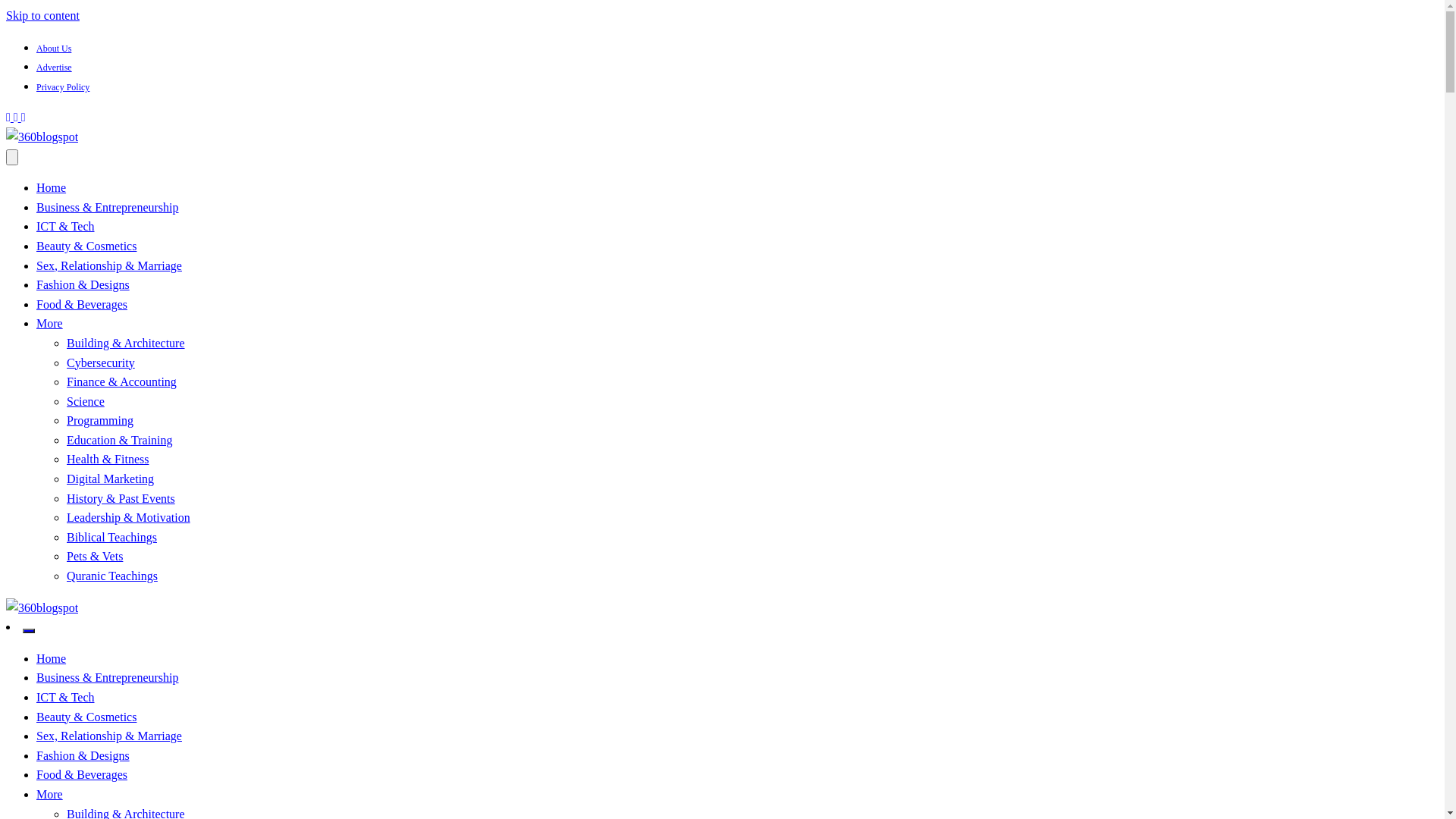  Describe the element at coordinates (128, 516) in the screenshot. I see `'Leadership & Motivation'` at that location.